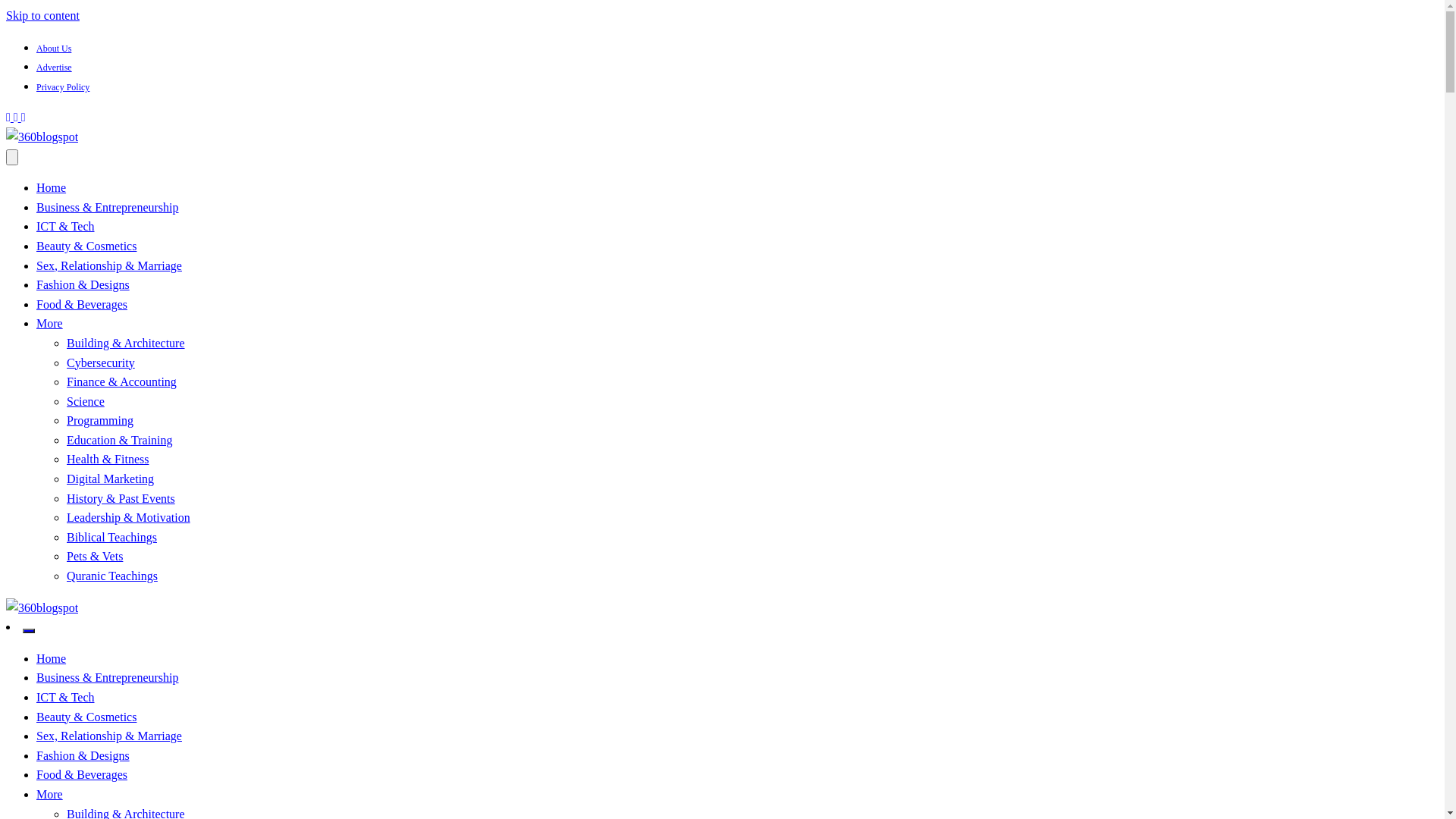  Describe the element at coordinates (128, 516) in the screenshot. I see `'Leadership & Motivation'` at that location.